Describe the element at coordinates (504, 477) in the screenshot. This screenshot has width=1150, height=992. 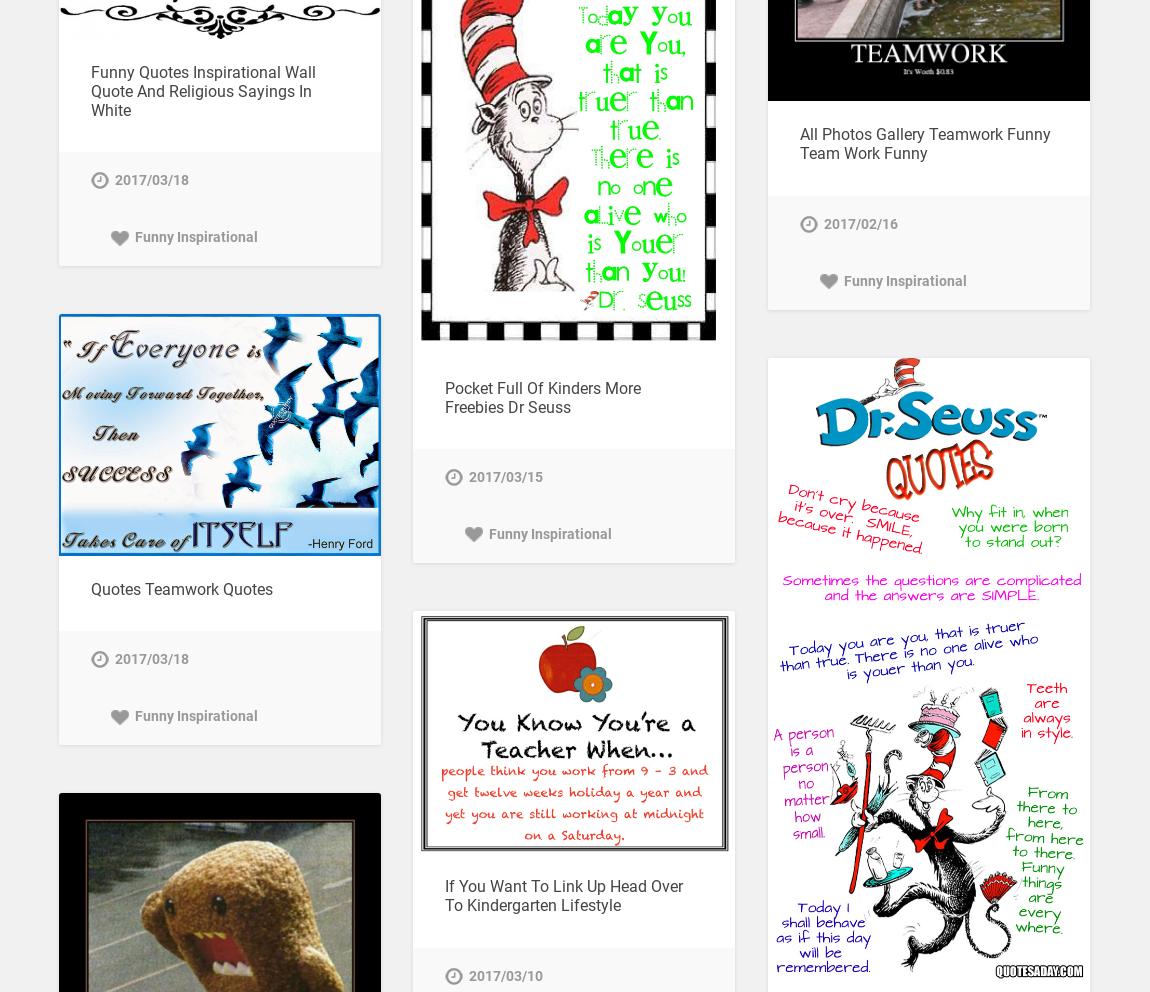
I see `'2017/03/15'` at that location.